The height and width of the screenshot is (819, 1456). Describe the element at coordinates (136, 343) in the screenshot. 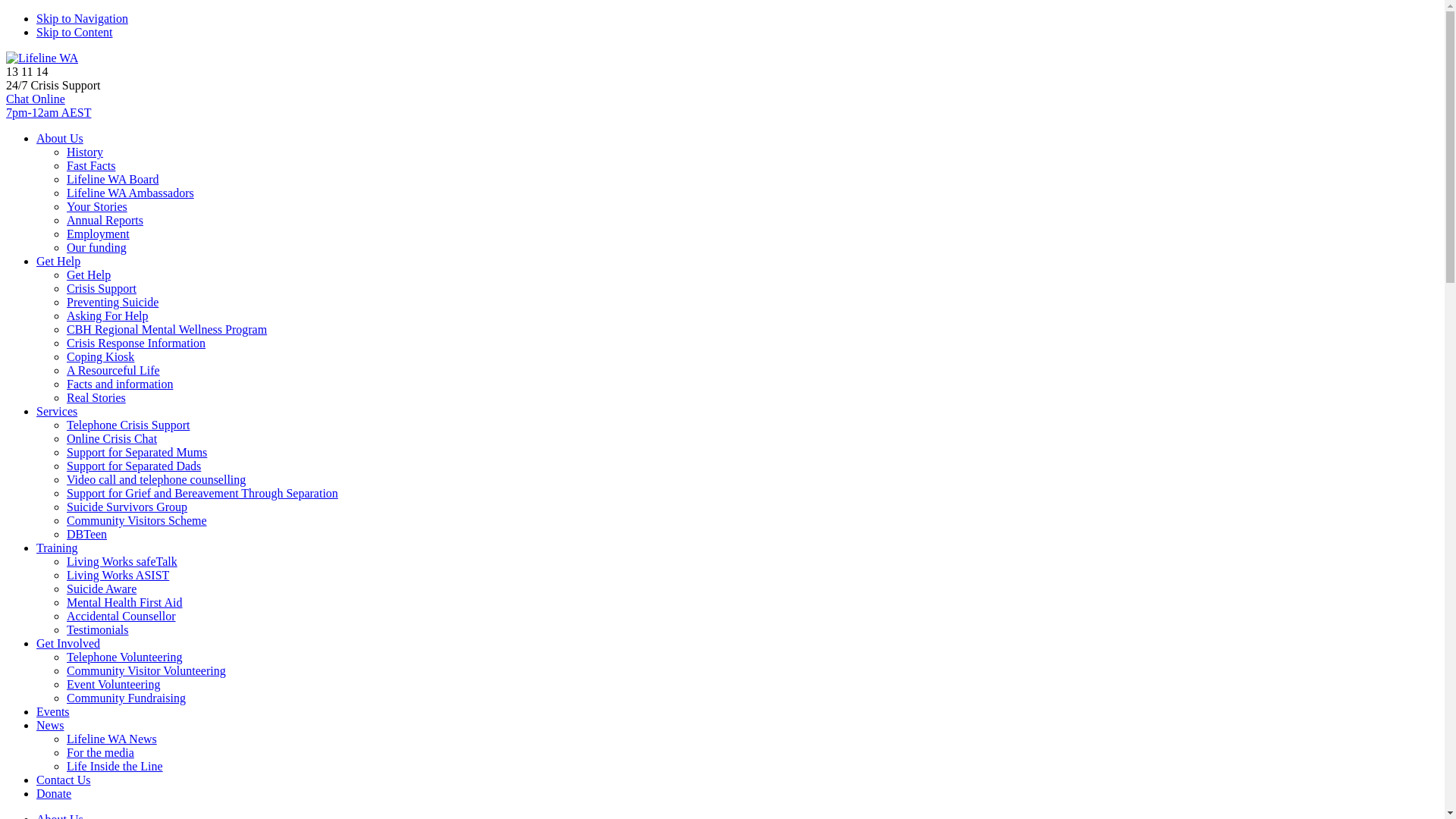

I see `'Crisis Response Information'` at that location.